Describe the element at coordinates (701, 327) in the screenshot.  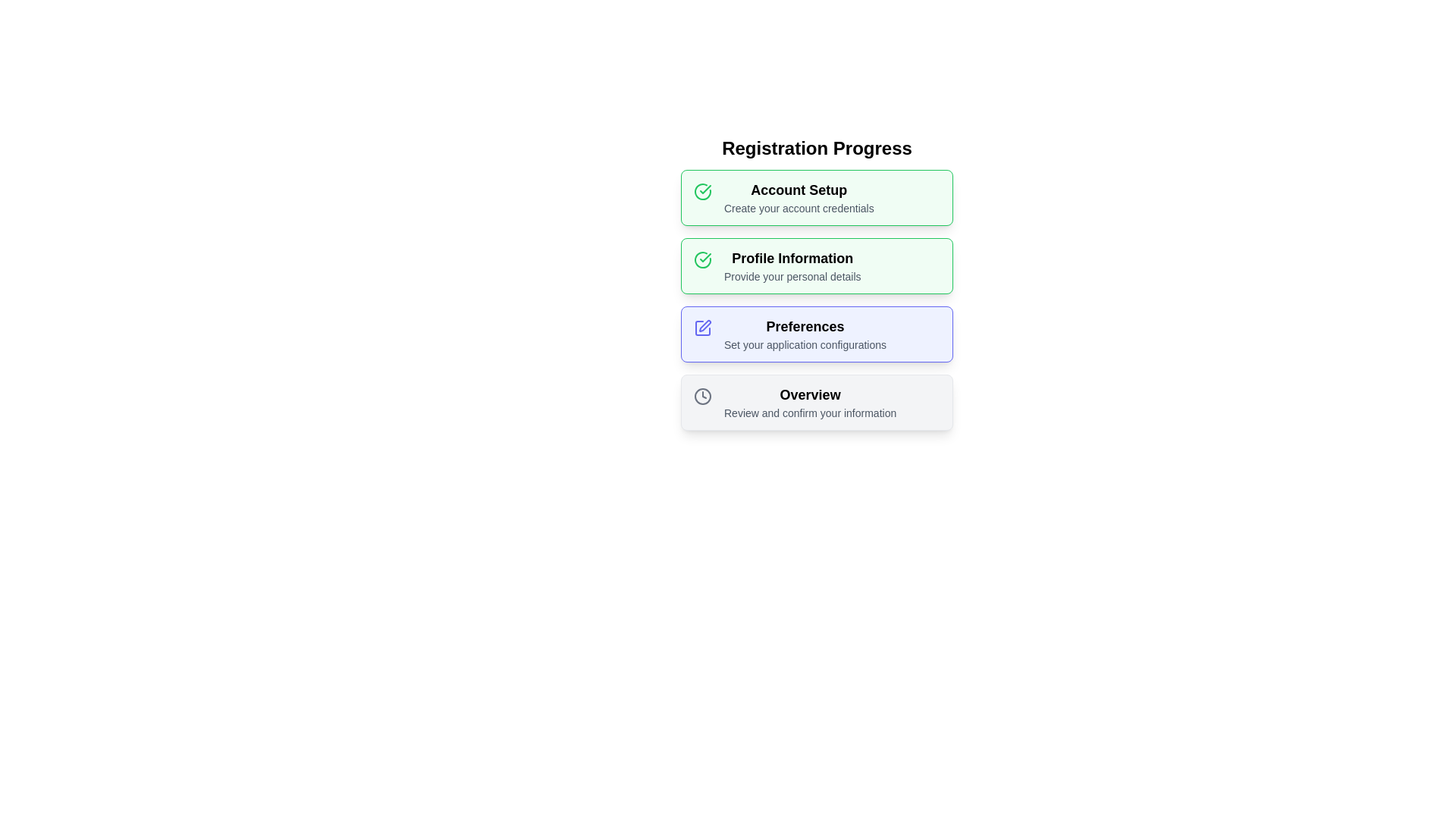
I see `the square-shaped icon with a blue outline located in the 'Preferences' step of the registration progress interface` at that location.